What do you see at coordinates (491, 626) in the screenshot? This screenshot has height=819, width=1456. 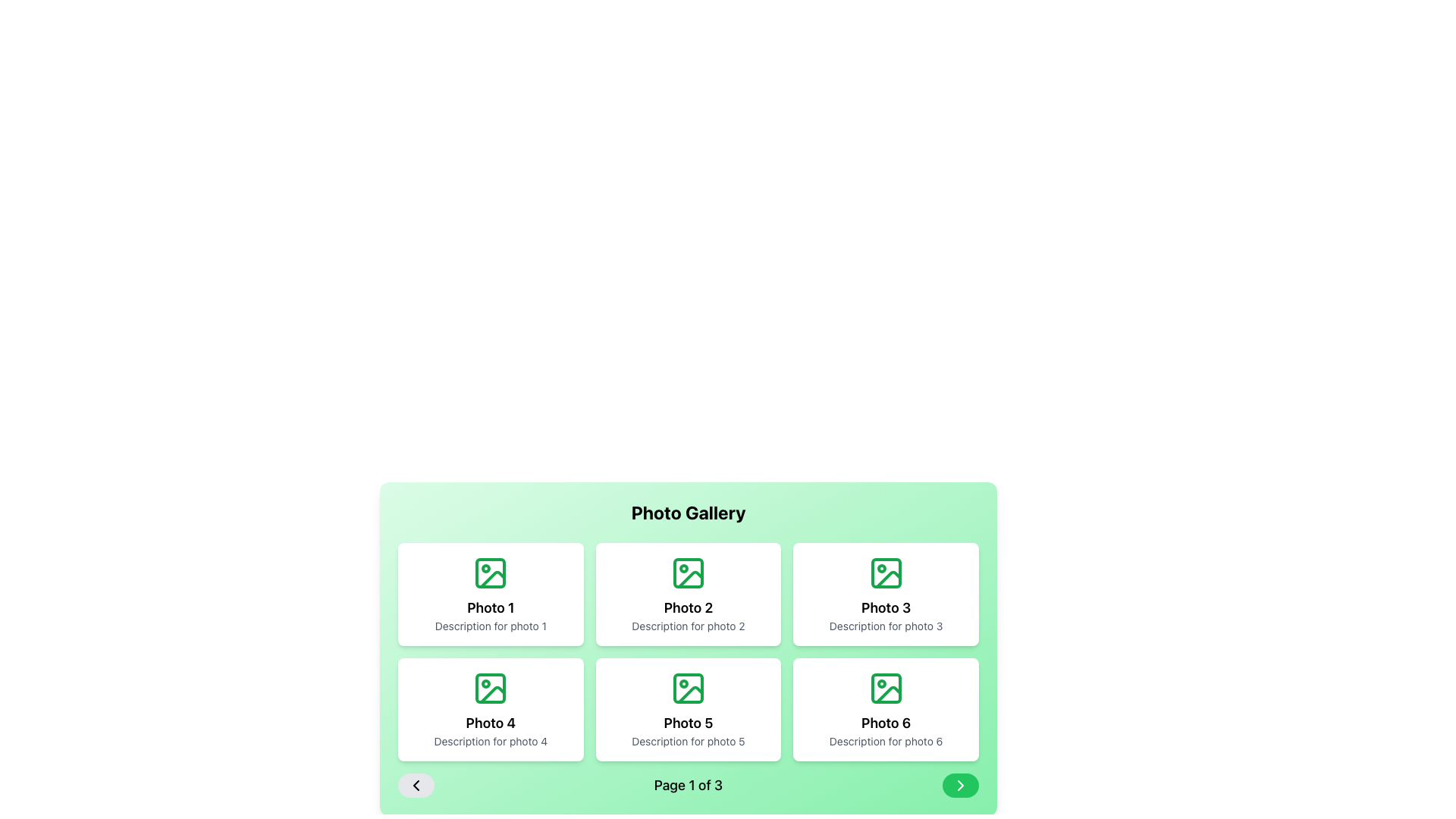 I see `the text label that reads 'Description for photo 1', which is located at the bottom of the card labeled 'Photo 1' in the photo gallery interface` at bounding box center [491, 626].